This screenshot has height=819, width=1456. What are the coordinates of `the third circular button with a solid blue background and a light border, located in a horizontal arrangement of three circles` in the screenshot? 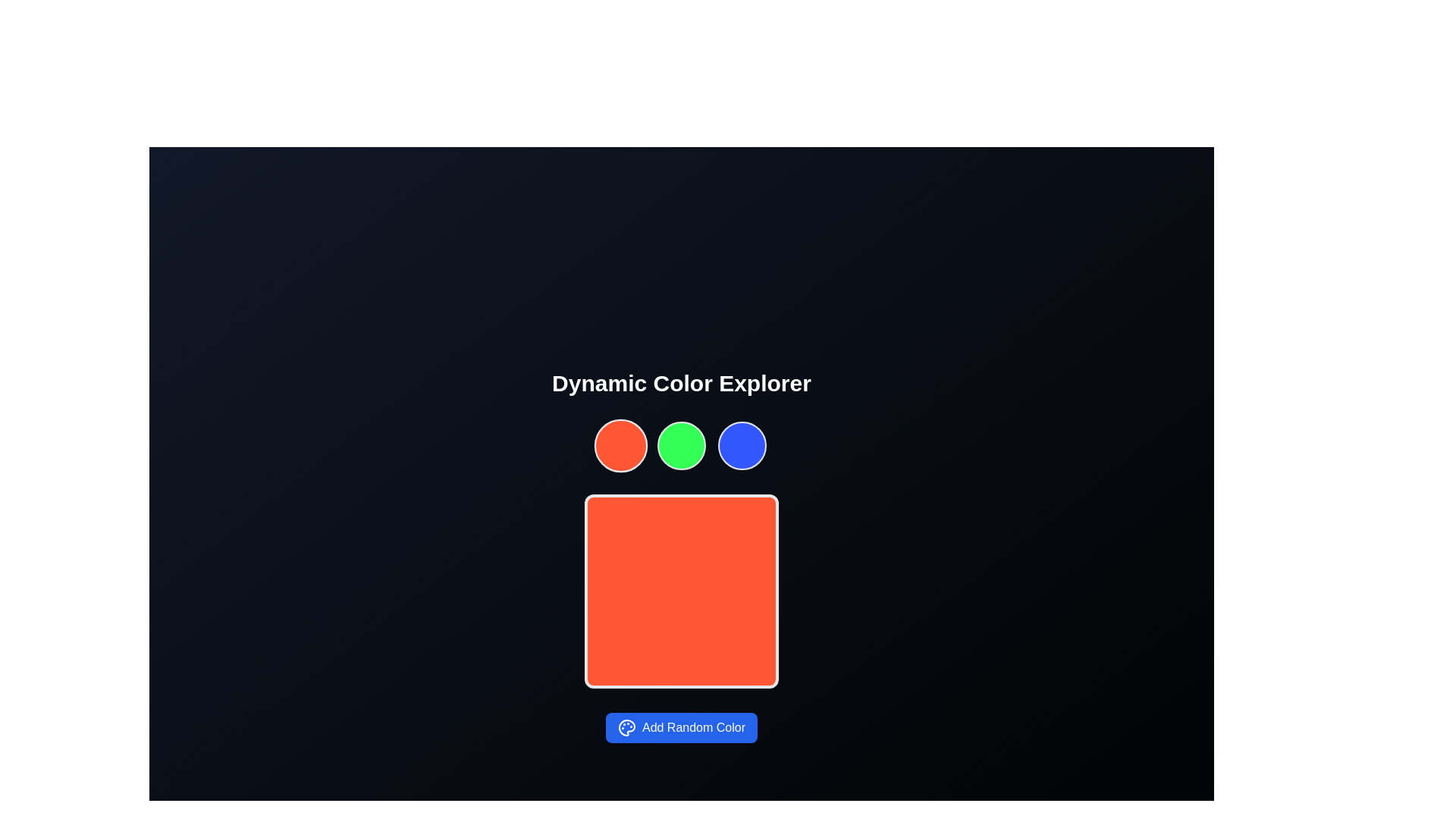 It's located at (742, 444).